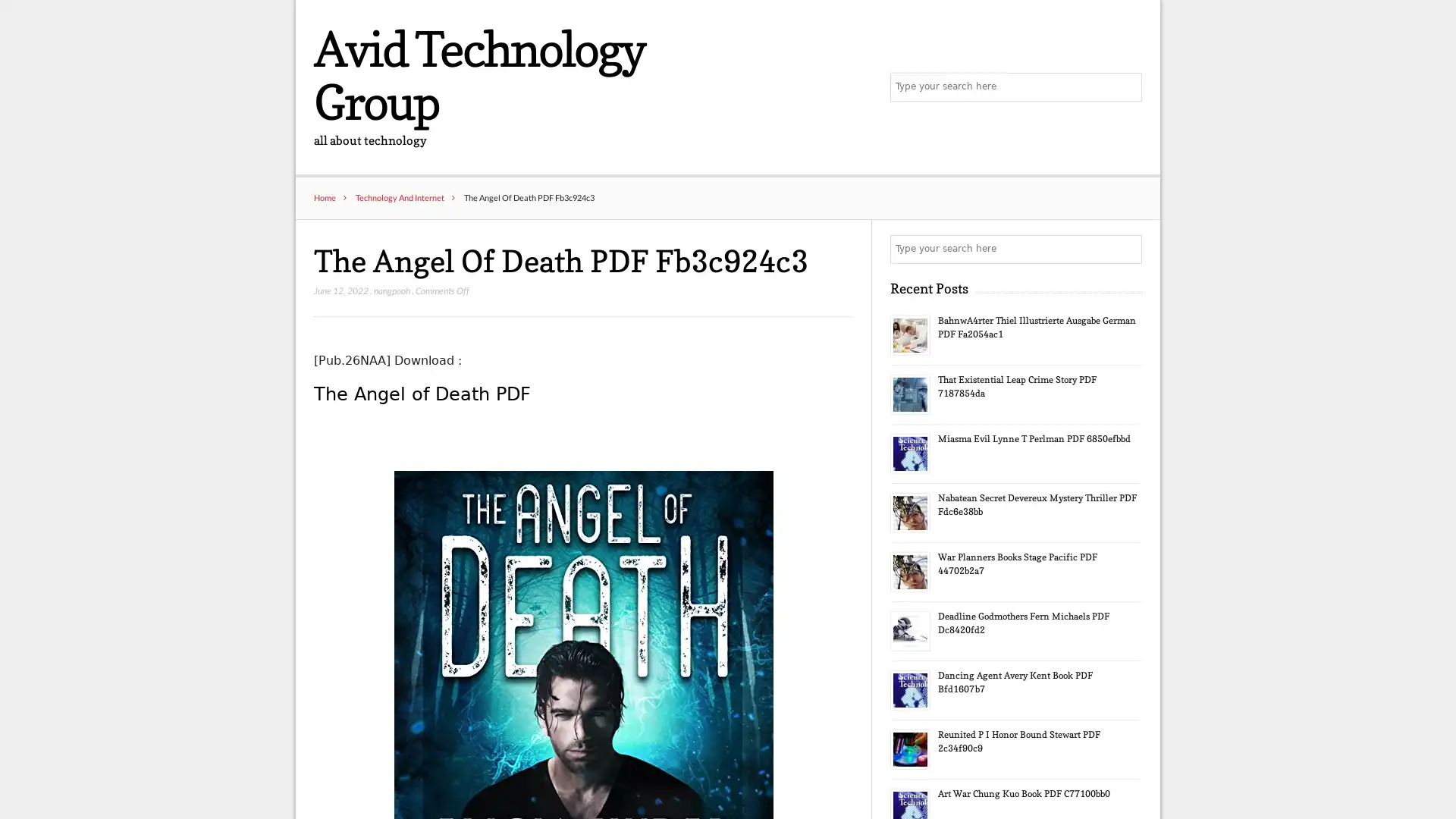 The height and width of the screenshot is (819, 1456). I want to click on Search, so click(1126, 249).